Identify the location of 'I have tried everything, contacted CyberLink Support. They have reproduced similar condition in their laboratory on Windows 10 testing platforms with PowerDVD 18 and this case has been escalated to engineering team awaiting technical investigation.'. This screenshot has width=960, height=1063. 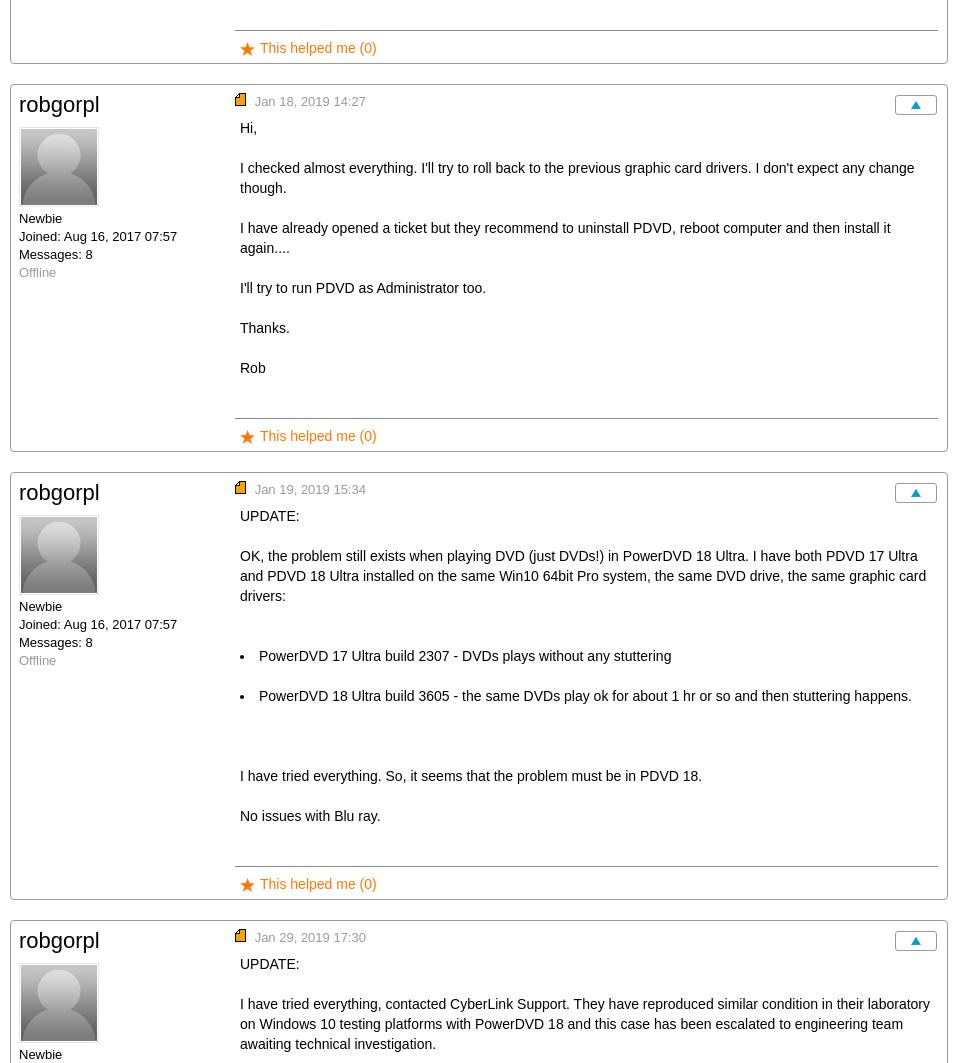
(240, 1022).